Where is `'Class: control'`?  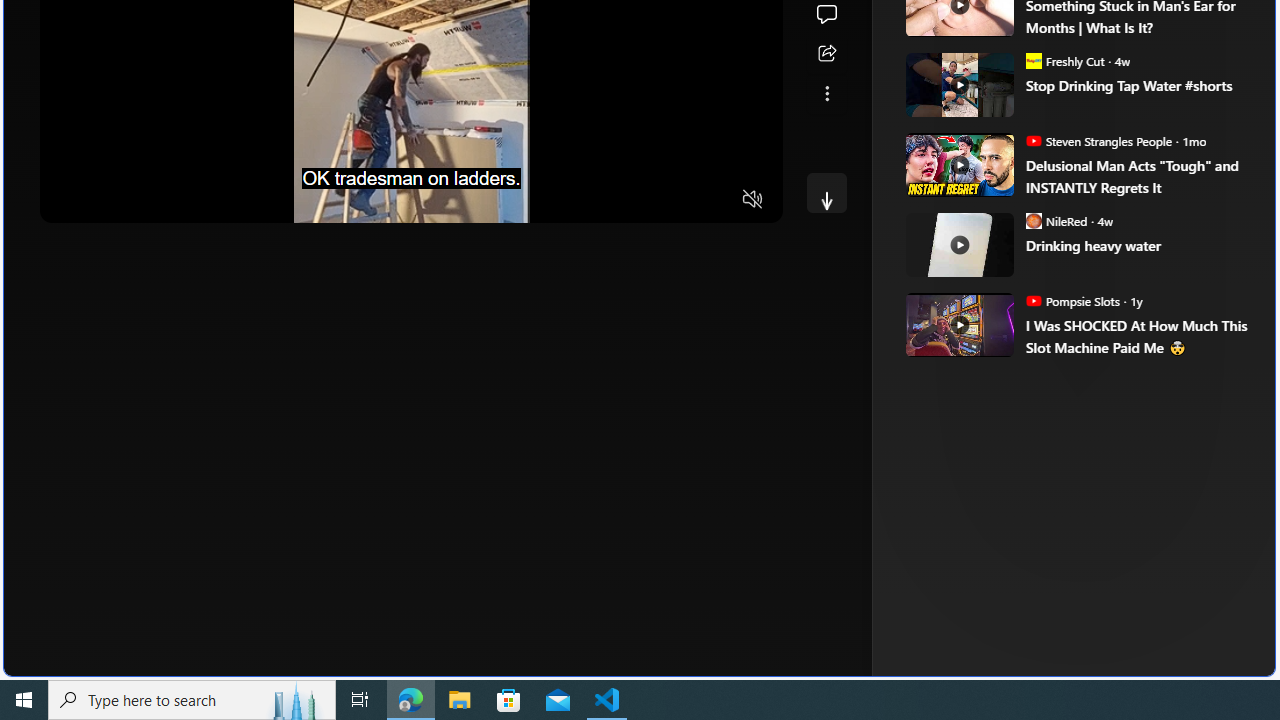 'Class: control' is located at coordinates (826, 192).